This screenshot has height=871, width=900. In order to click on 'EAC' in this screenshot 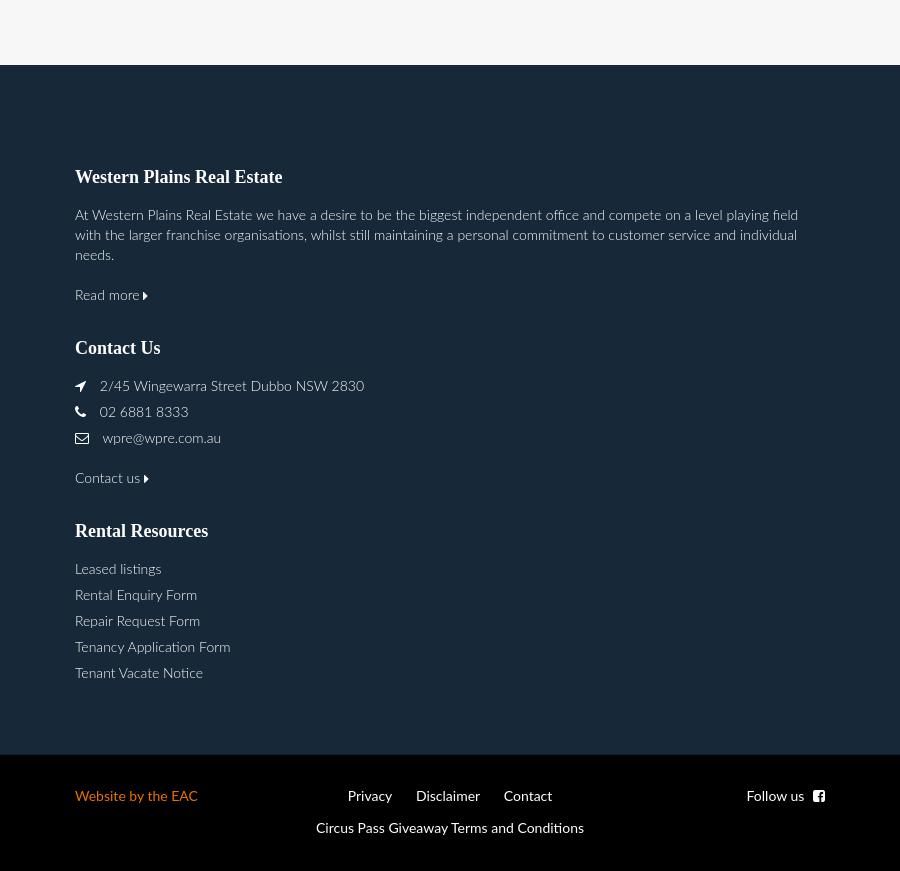, I will do `click(183, 796)`.